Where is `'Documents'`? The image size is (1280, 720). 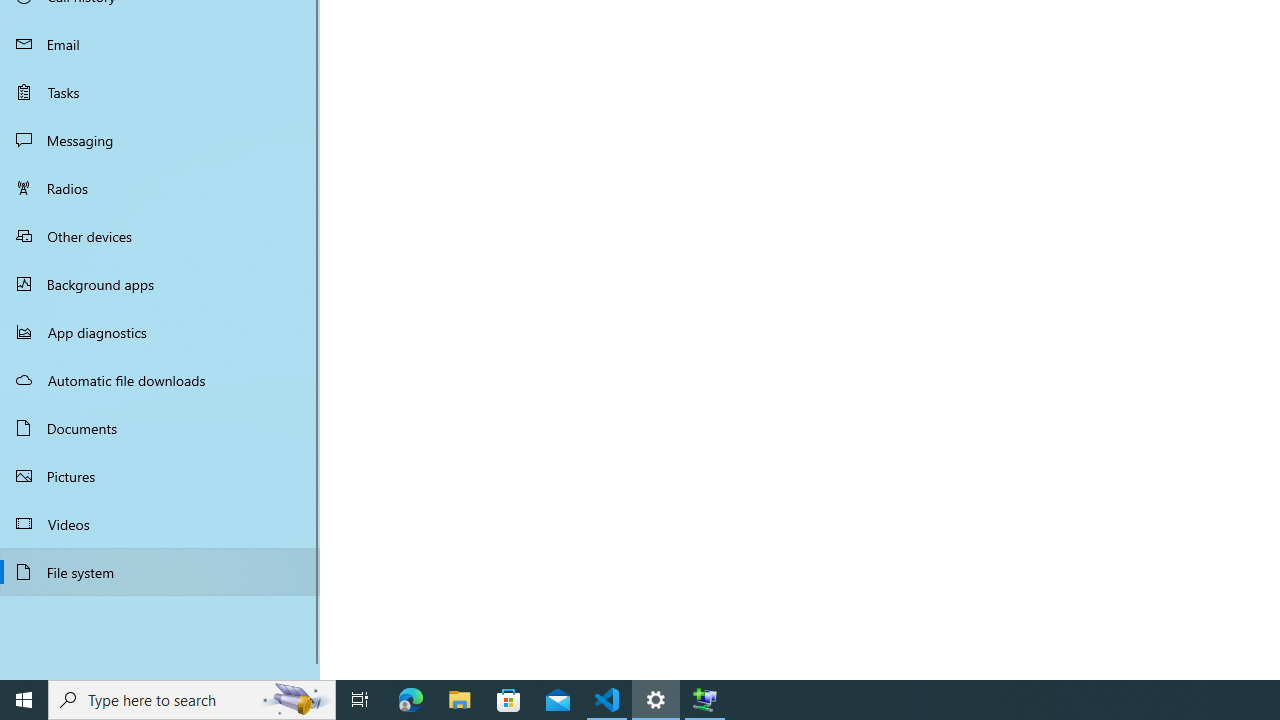 'Documents' is located at coordinates (160, 427).